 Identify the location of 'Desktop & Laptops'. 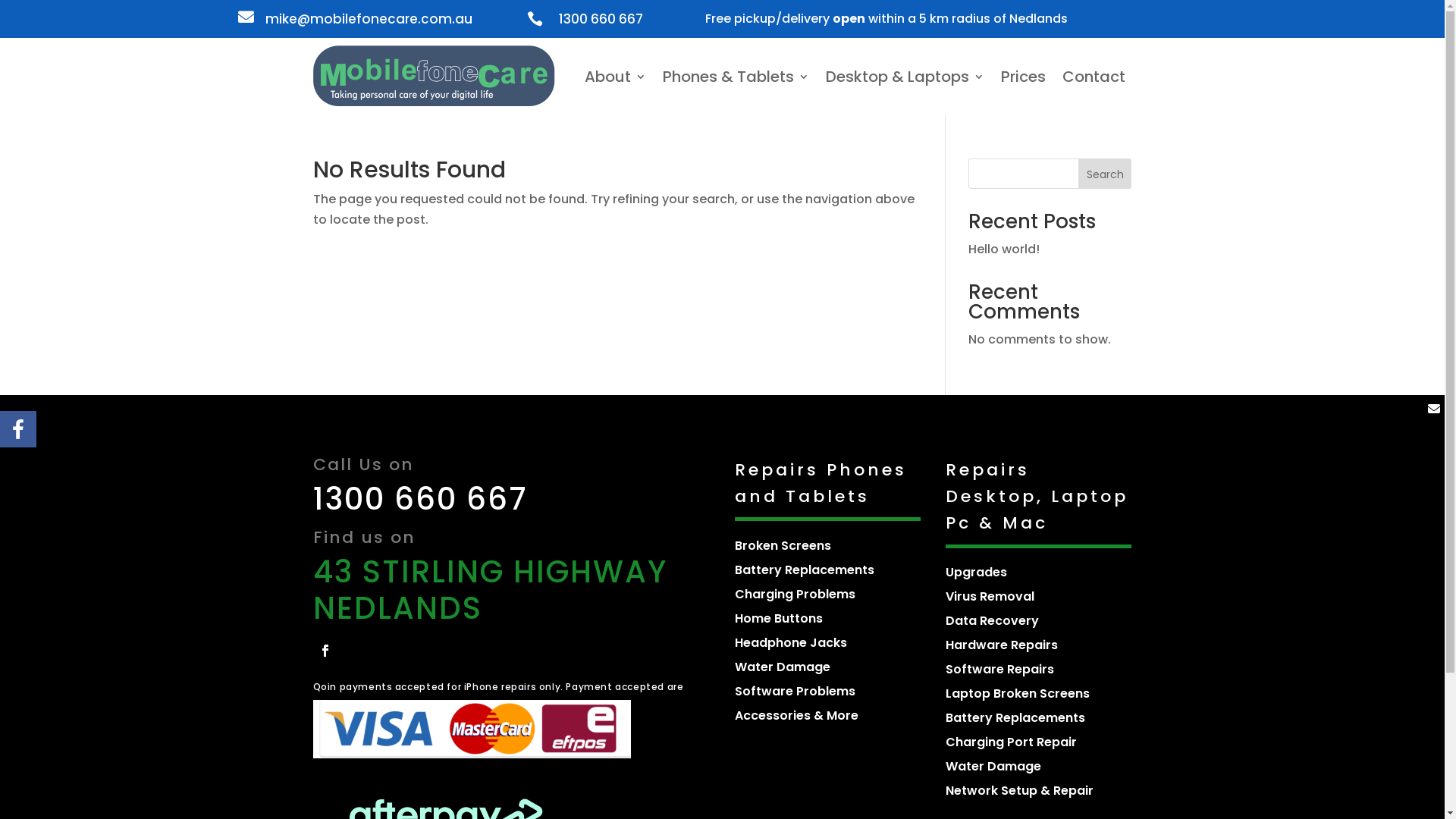
(904, 76).